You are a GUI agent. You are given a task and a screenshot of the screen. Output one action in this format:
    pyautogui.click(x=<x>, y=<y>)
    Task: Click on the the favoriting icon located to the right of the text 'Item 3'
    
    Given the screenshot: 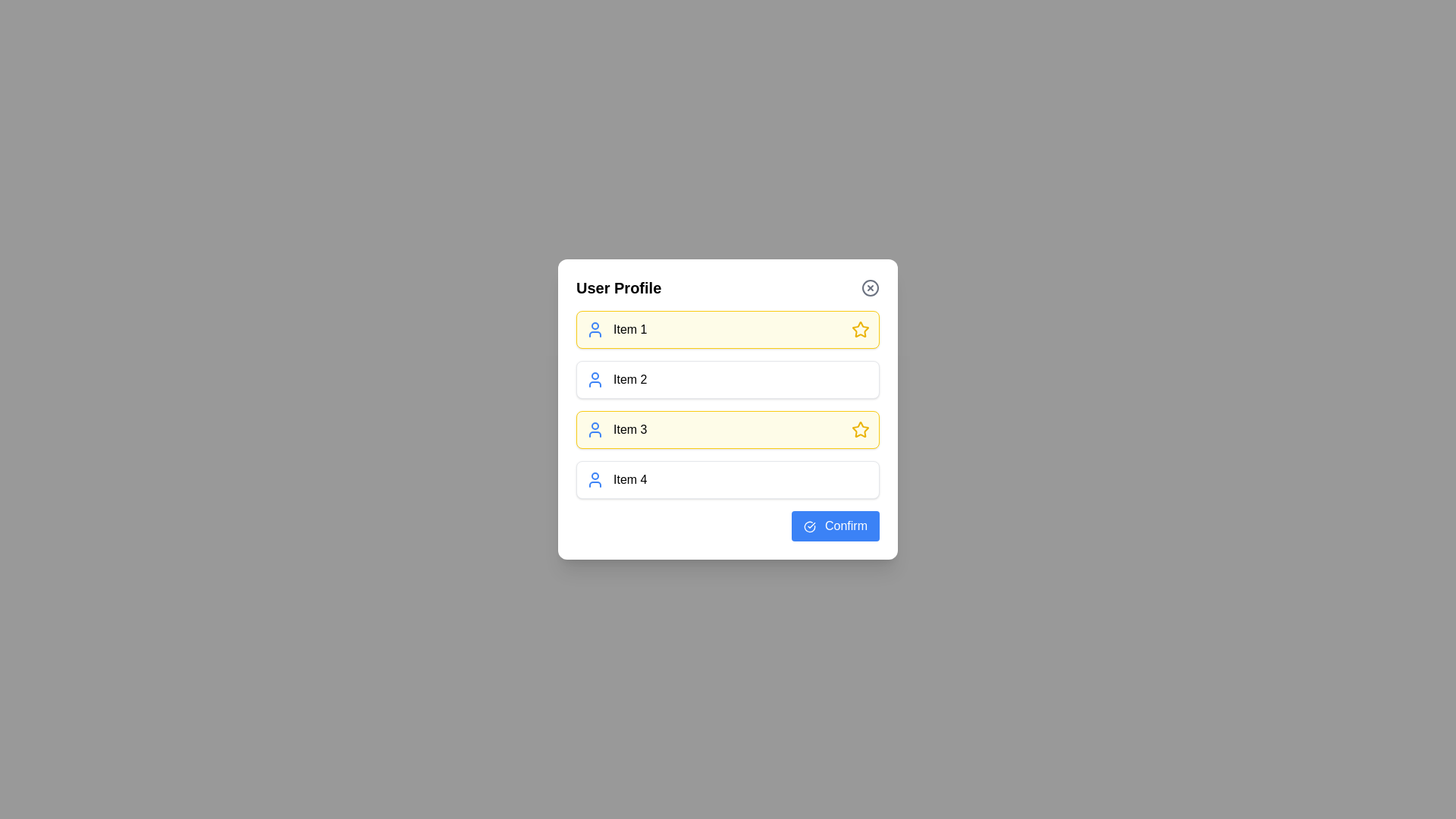 What is the action you would take?
    pyautogui.click(x=860, y=430)
    